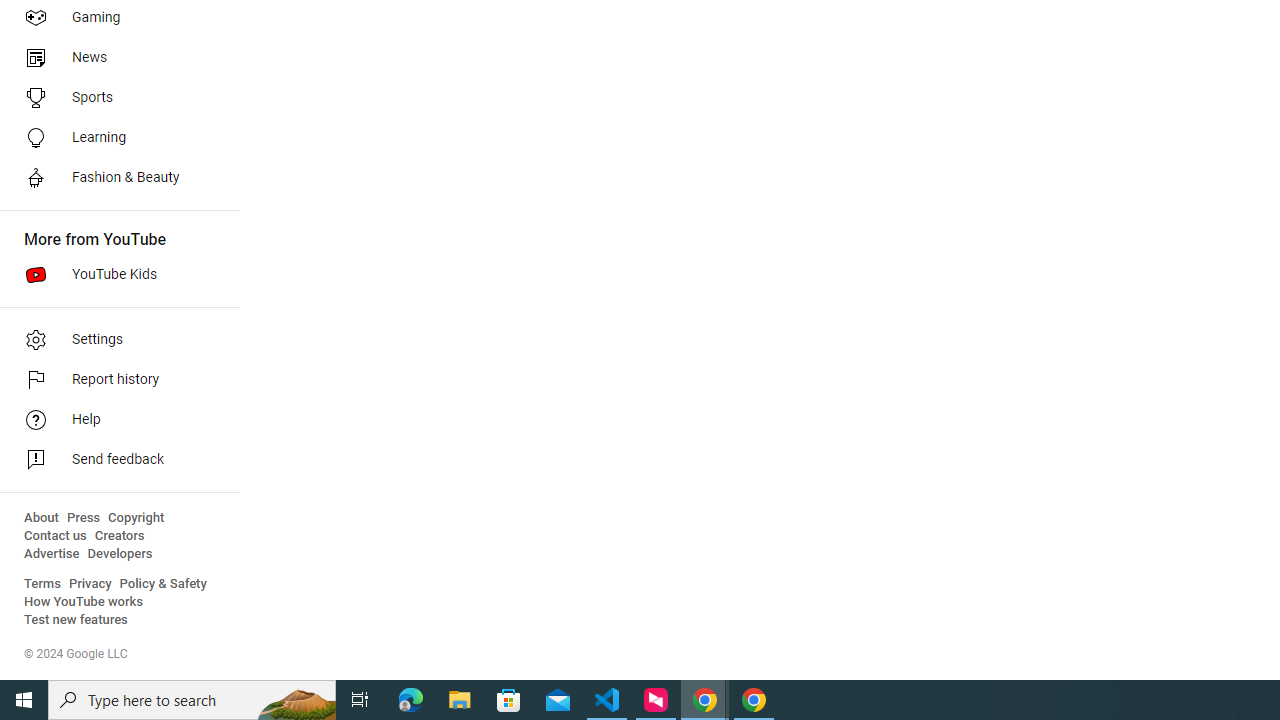 This screenshot has height=720, width=1280. Describe the element at coordinates (135, 517) in the screenshot. I see `'Copyright'` at that location.